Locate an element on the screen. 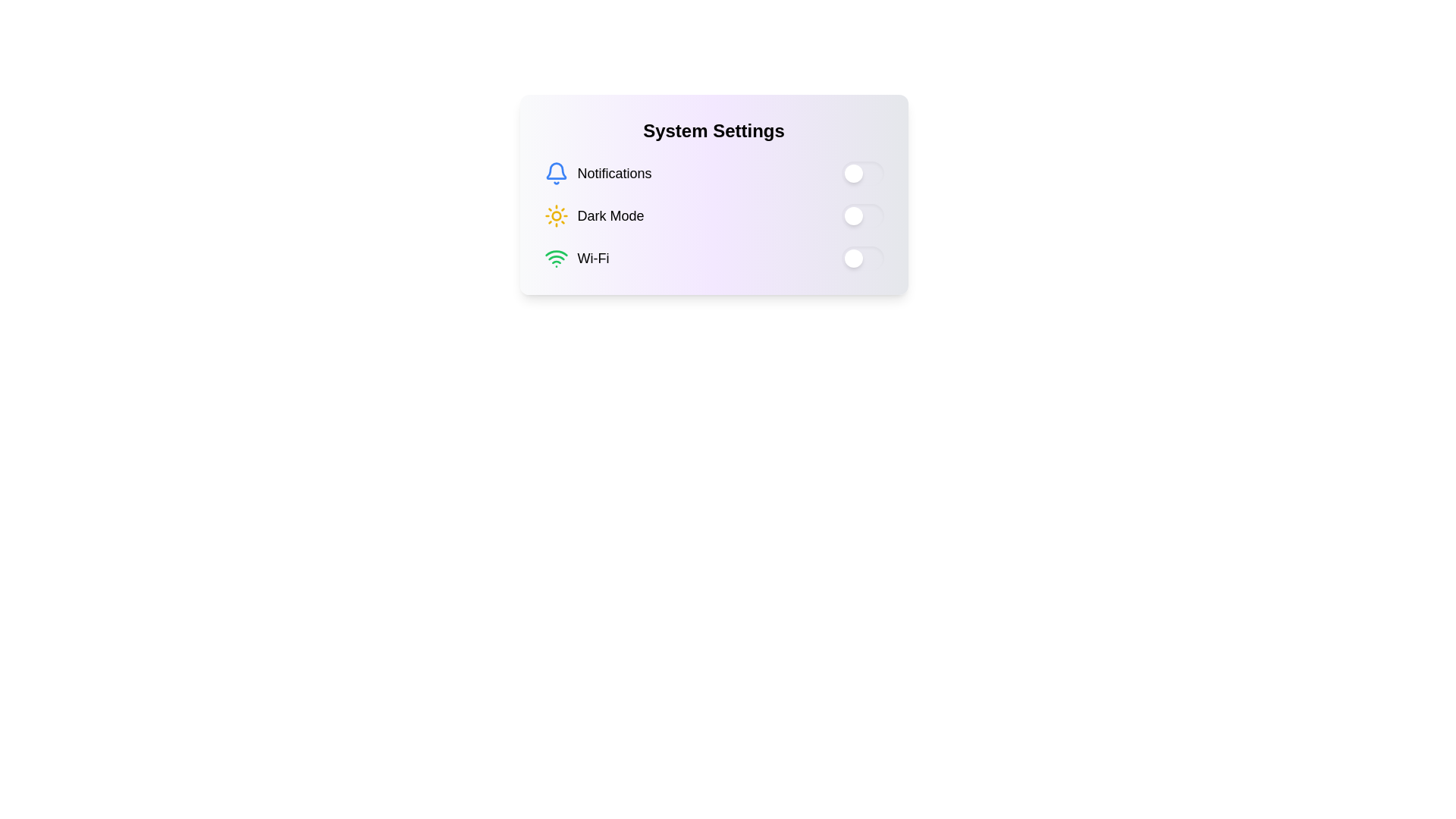 This screenshot has width=1456, height=819. the sun-shaped icon located to the left of the 'Dark Mode' label, which features a circular center and sharp, yellow rays is located at coordinates (555, 216).